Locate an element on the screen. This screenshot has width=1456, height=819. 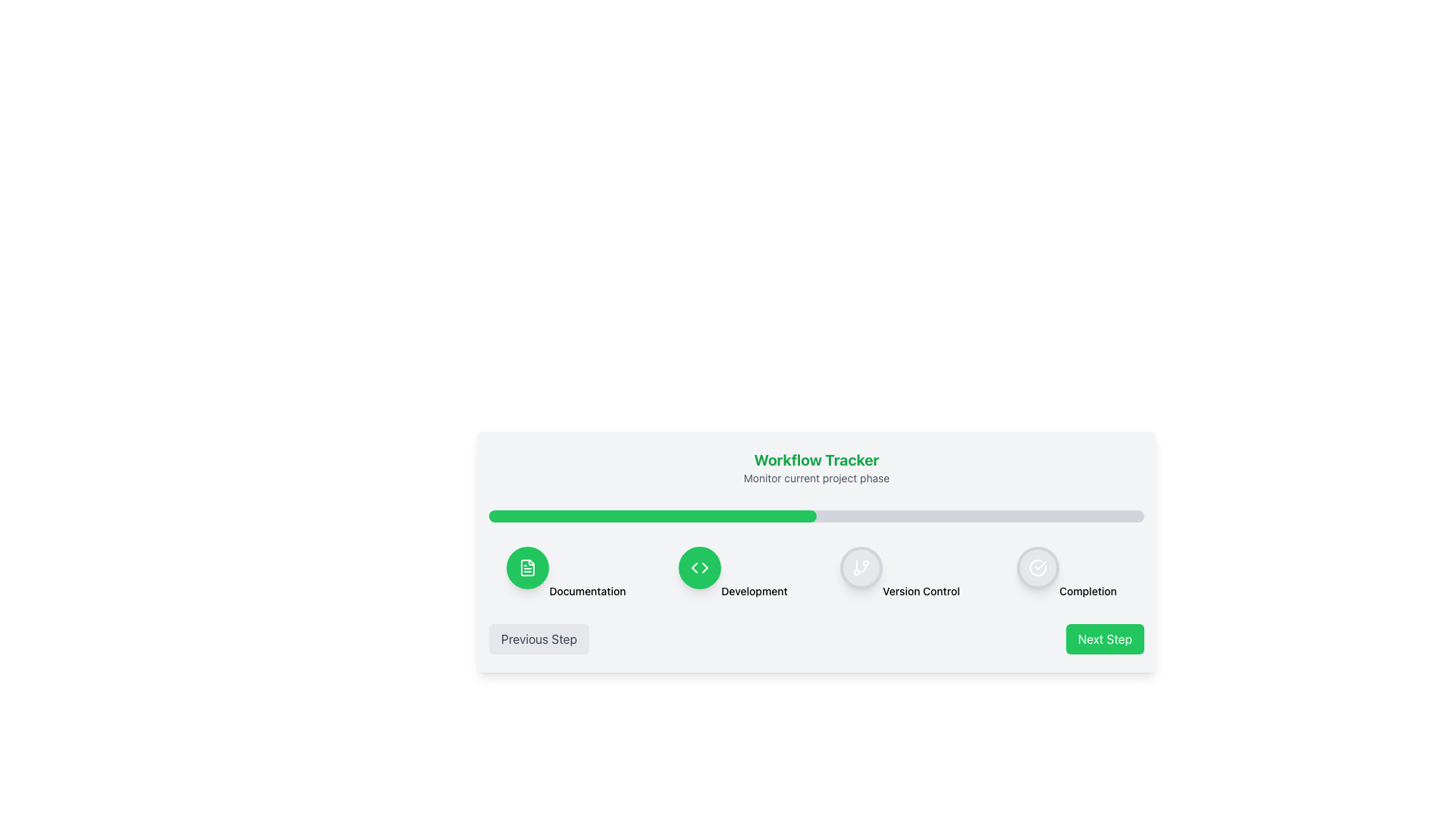
the SVG icon inside the green circular button that represents the 'Development' step in the progress tracker interface is located at coordinates (699, 567).